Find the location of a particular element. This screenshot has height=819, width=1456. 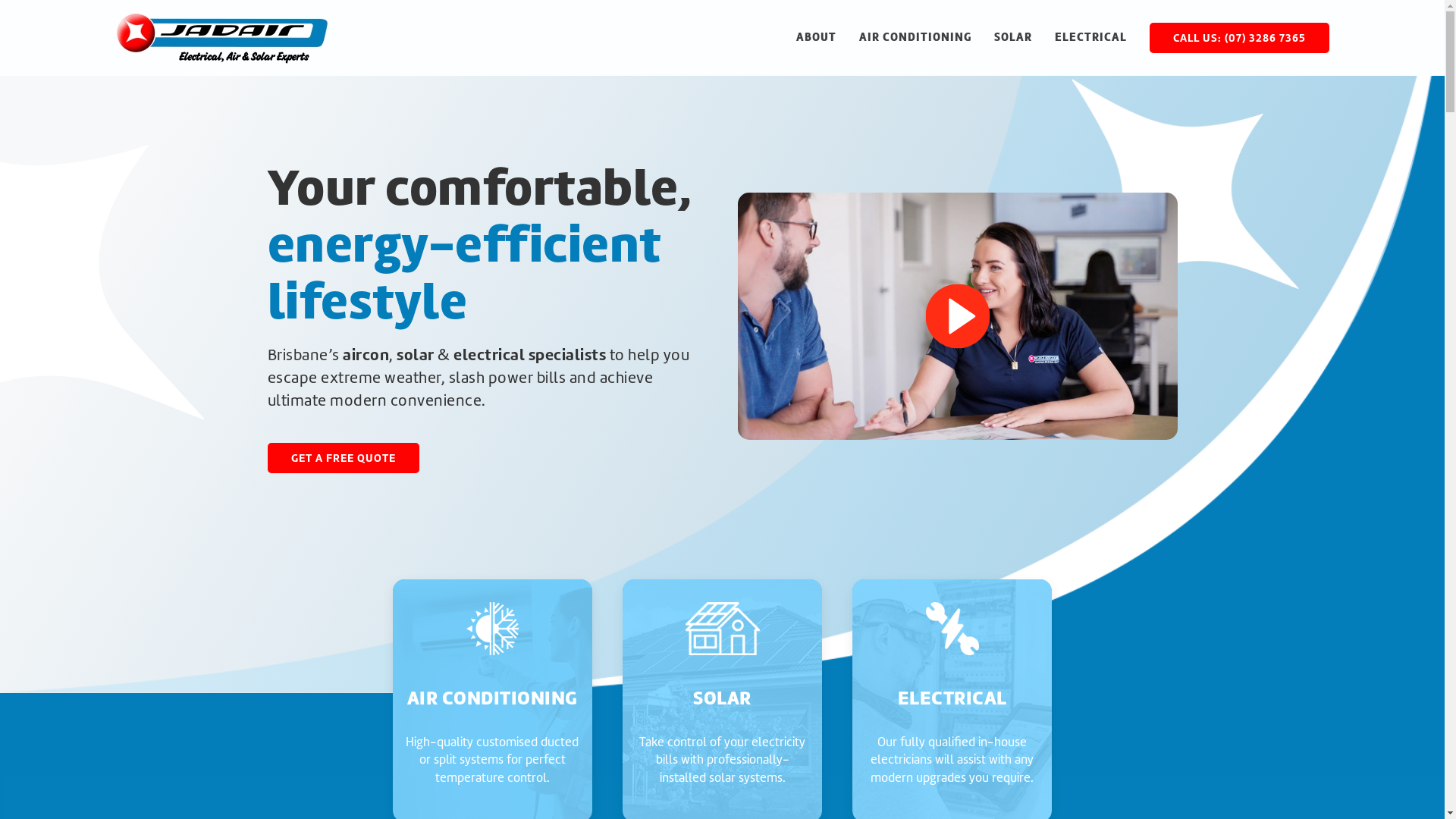

'ABOUT' is located at coordinates (815, 37).